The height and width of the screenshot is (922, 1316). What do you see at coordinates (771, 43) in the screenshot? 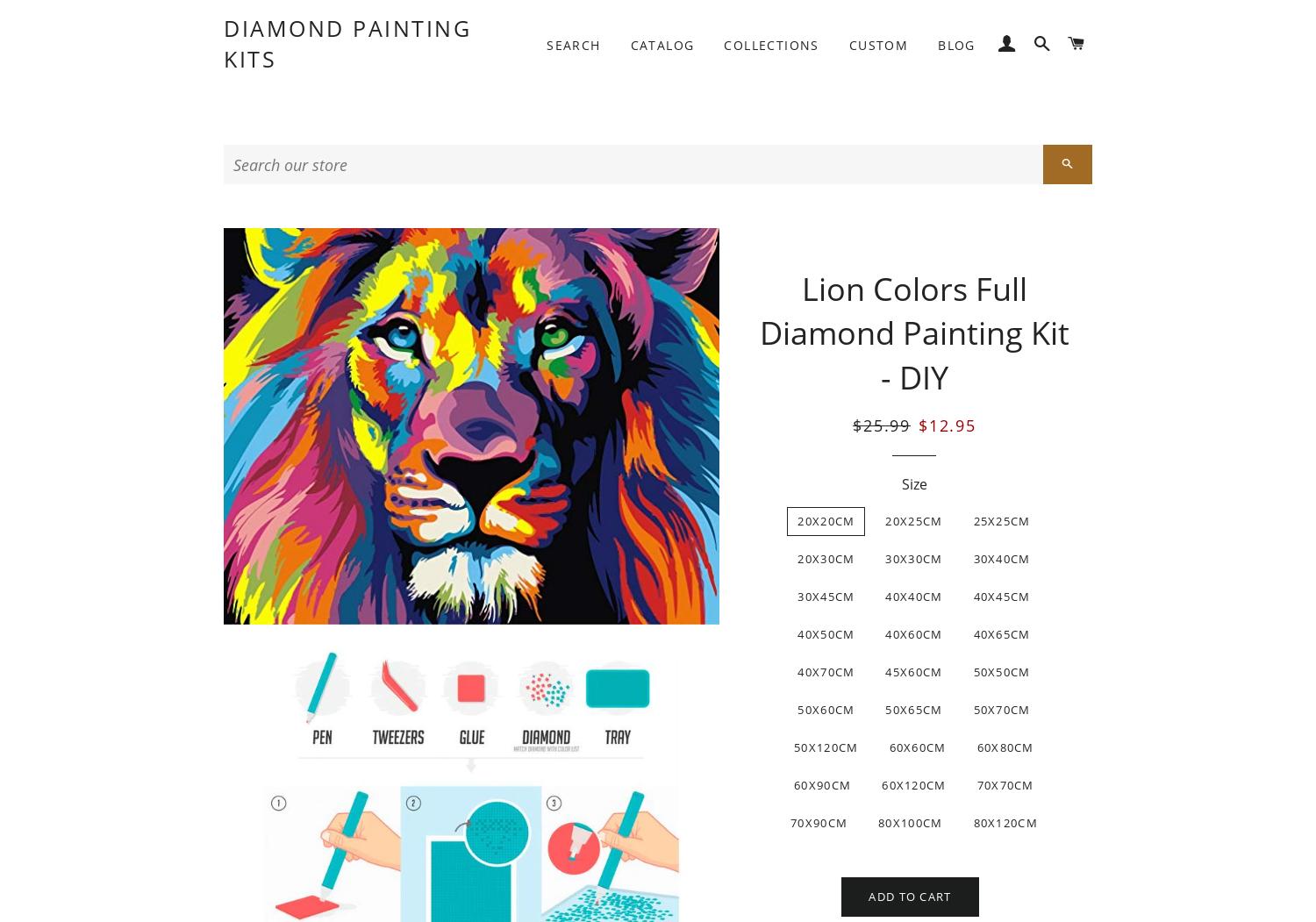
I see `'Collections'` at bounding box center [771, 43].